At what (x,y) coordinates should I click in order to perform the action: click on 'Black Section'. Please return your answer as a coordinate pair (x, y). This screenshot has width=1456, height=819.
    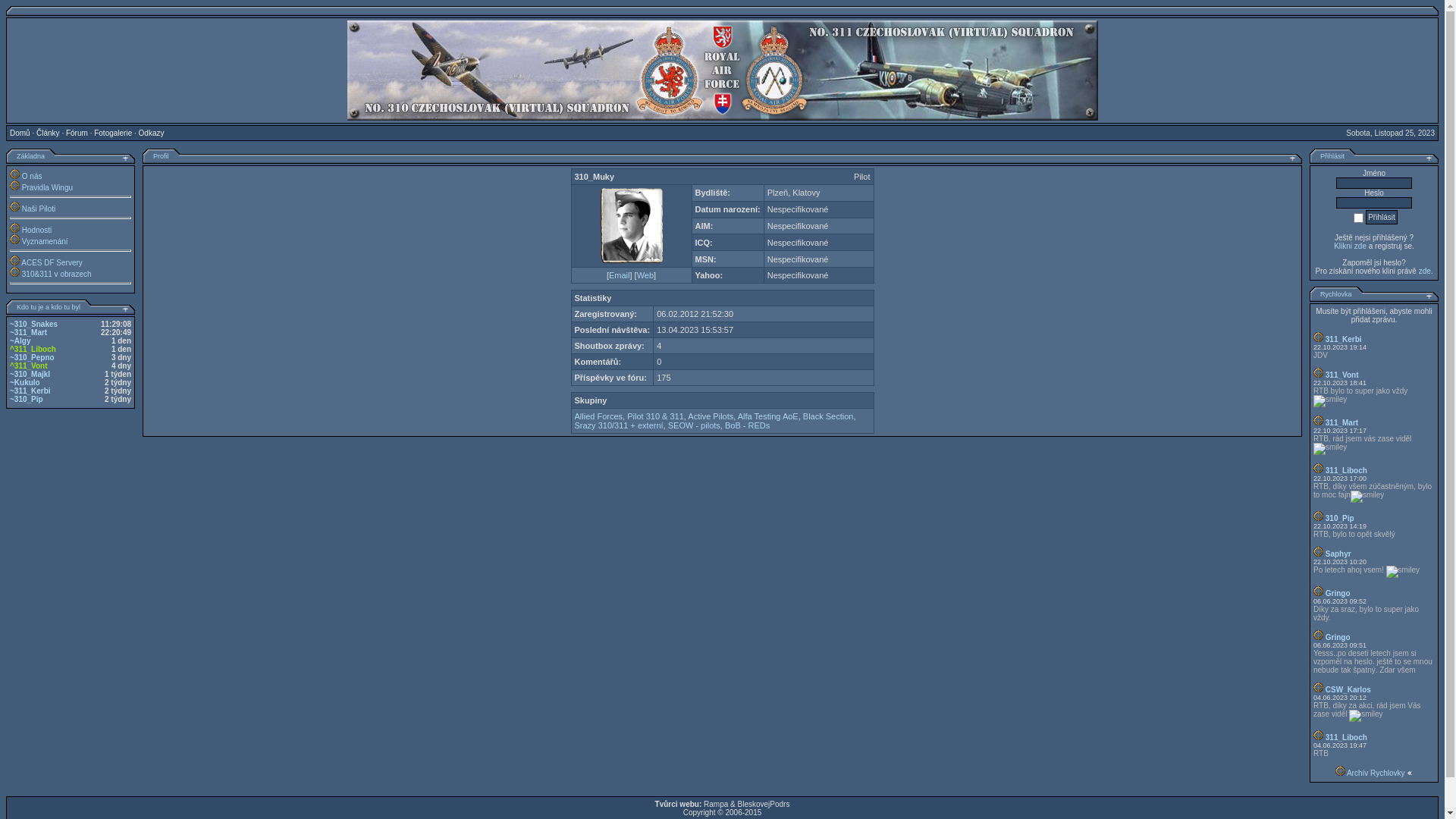
    Looking at the image, I should click on (827, 416).